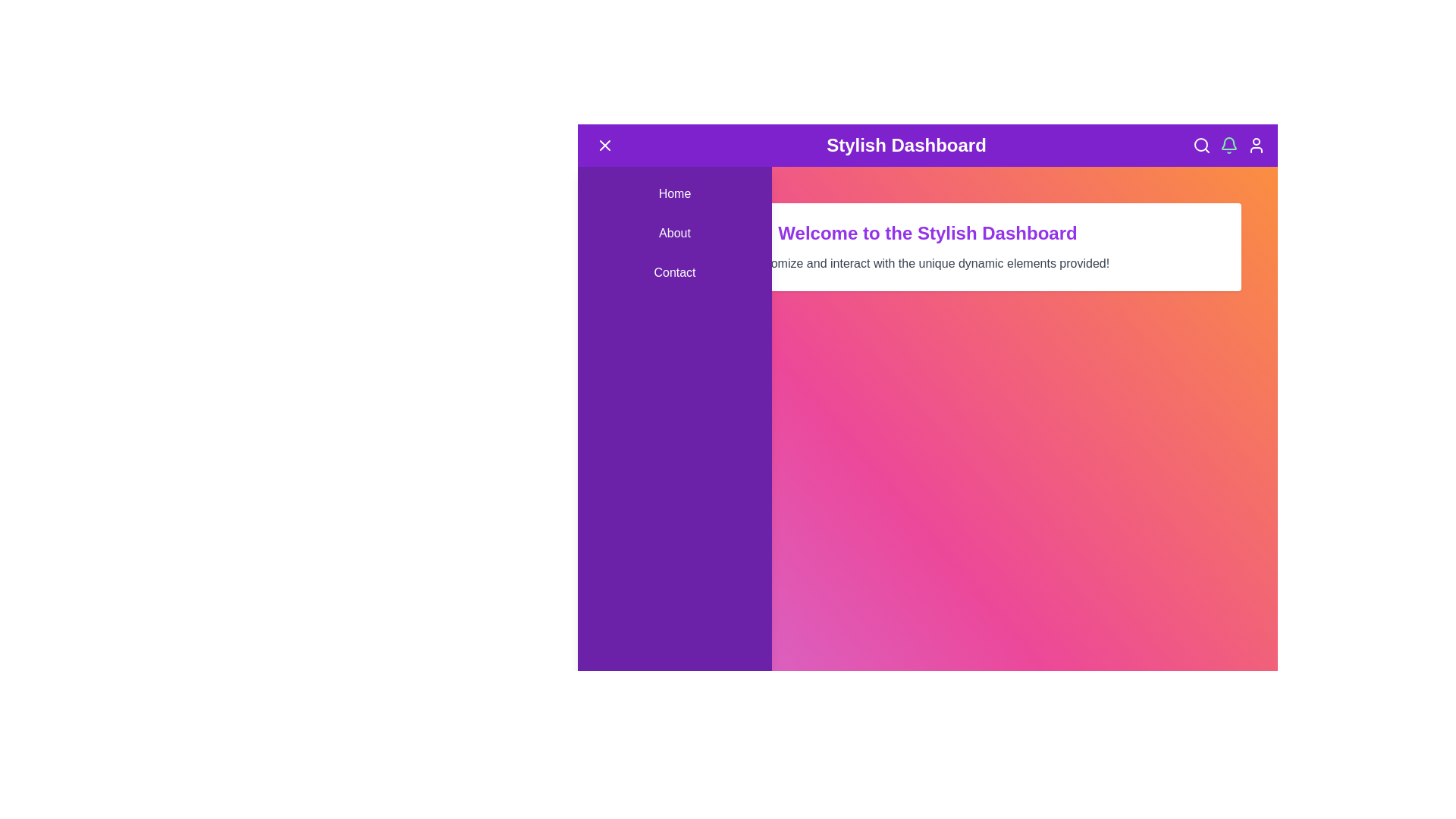 The height and width of the screenshot is (819, 1456). What do you see at coordinates (1200, 146) in the screenshot?
I see `the search icon to toggle the search focus` at bounding box center [1200, 146].